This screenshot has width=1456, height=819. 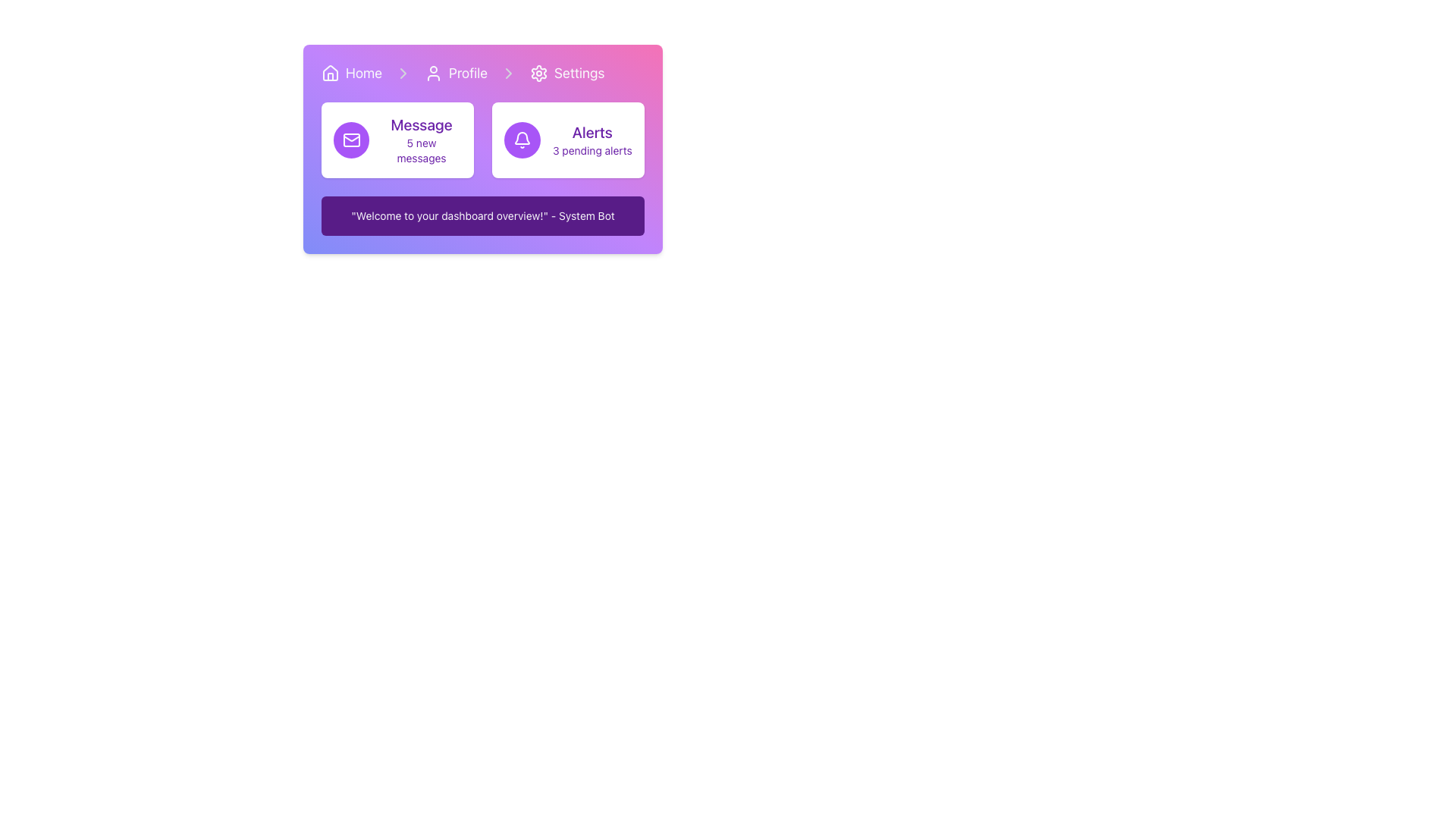 What do you see at coordinates (482, 216) in the screenshot?
I see `the Informational Banner with a purple background that displays the message 'Welcome to your dashboard overview!' from the System Bot` at bounding box center [482, 216].